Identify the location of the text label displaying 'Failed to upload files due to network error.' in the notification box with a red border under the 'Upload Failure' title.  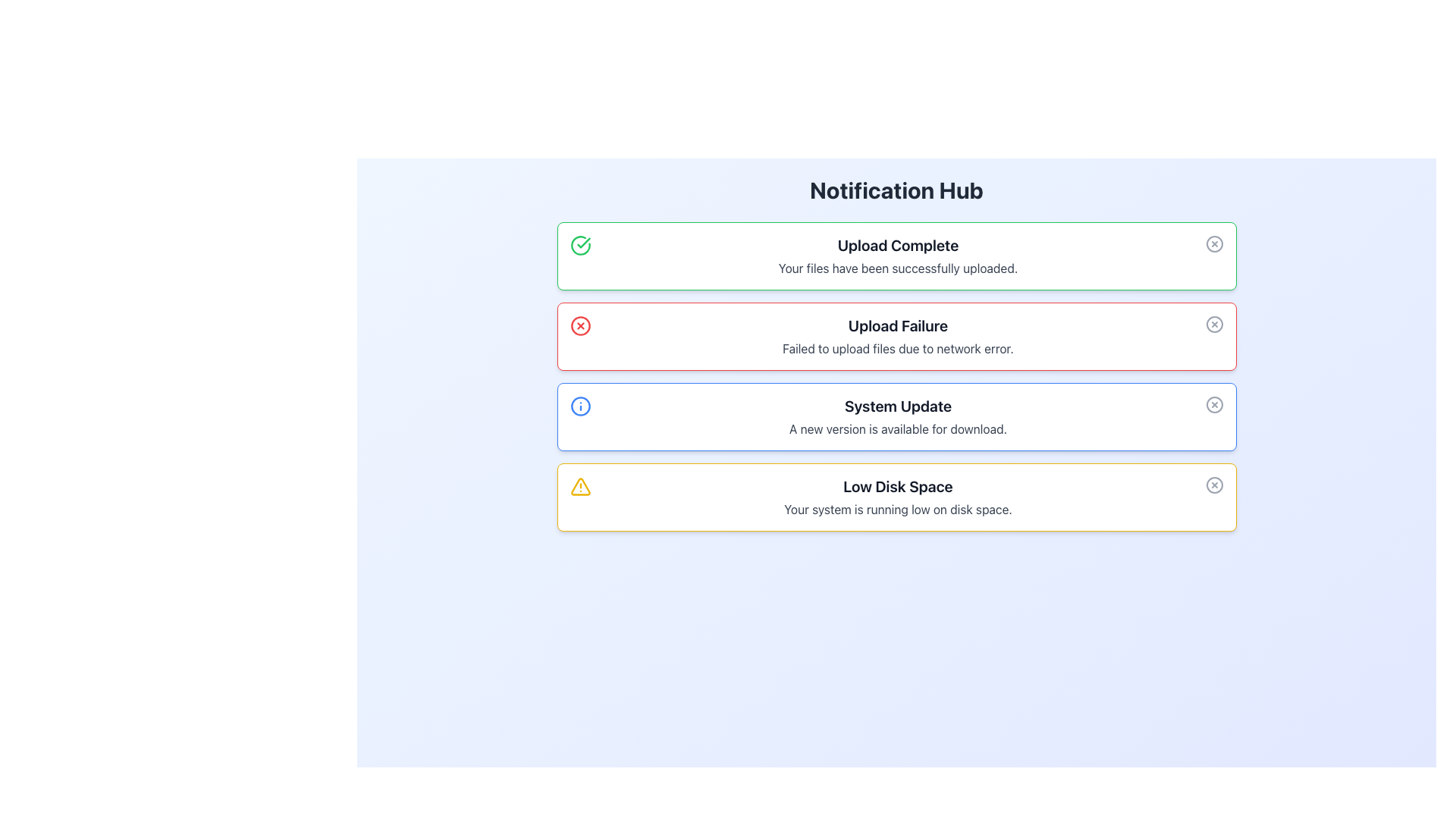
(898, 348).